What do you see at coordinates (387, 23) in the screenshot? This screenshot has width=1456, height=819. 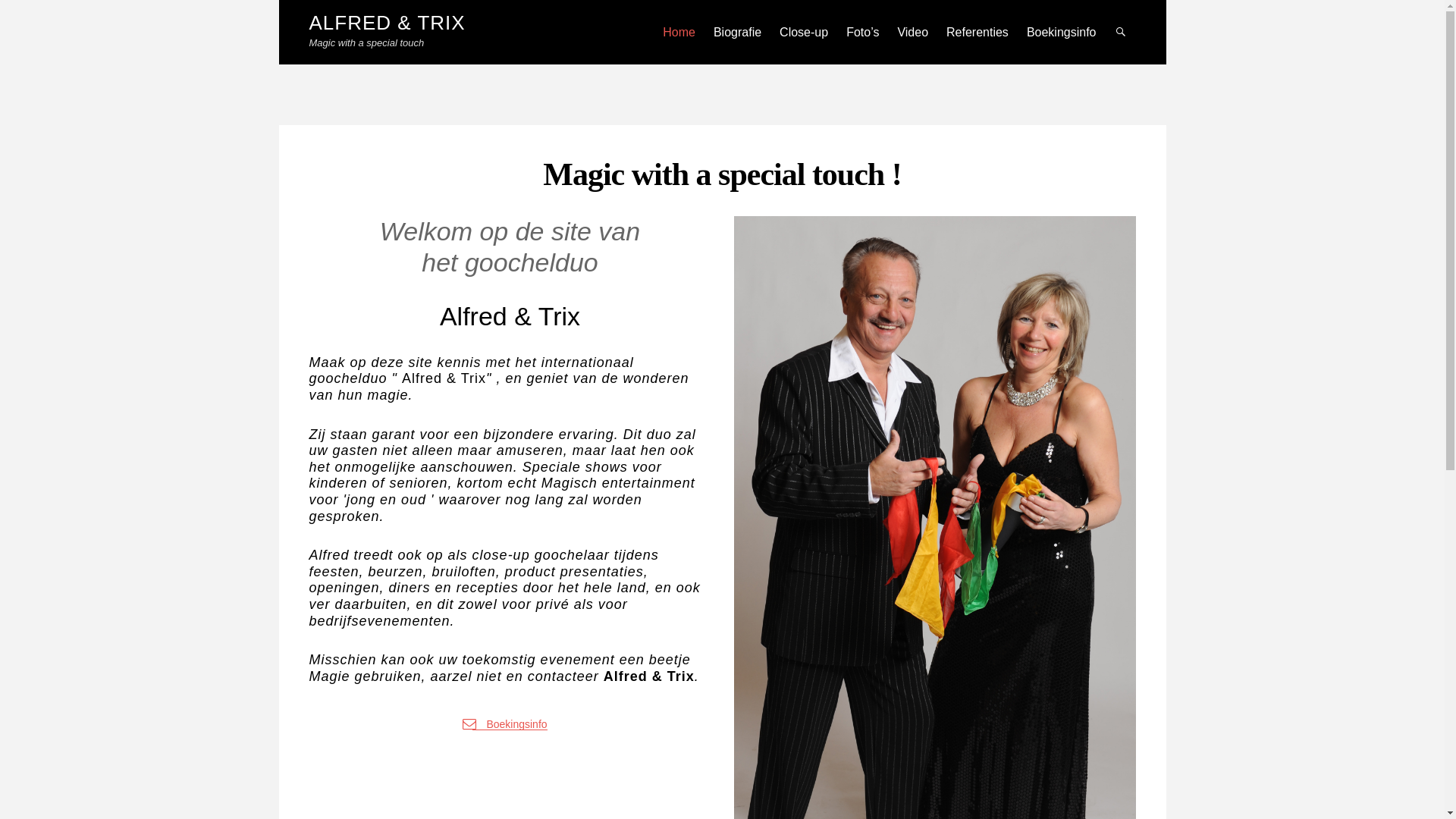 I see `'ALFRED & TRIX'` at bounding box center [387, 23].